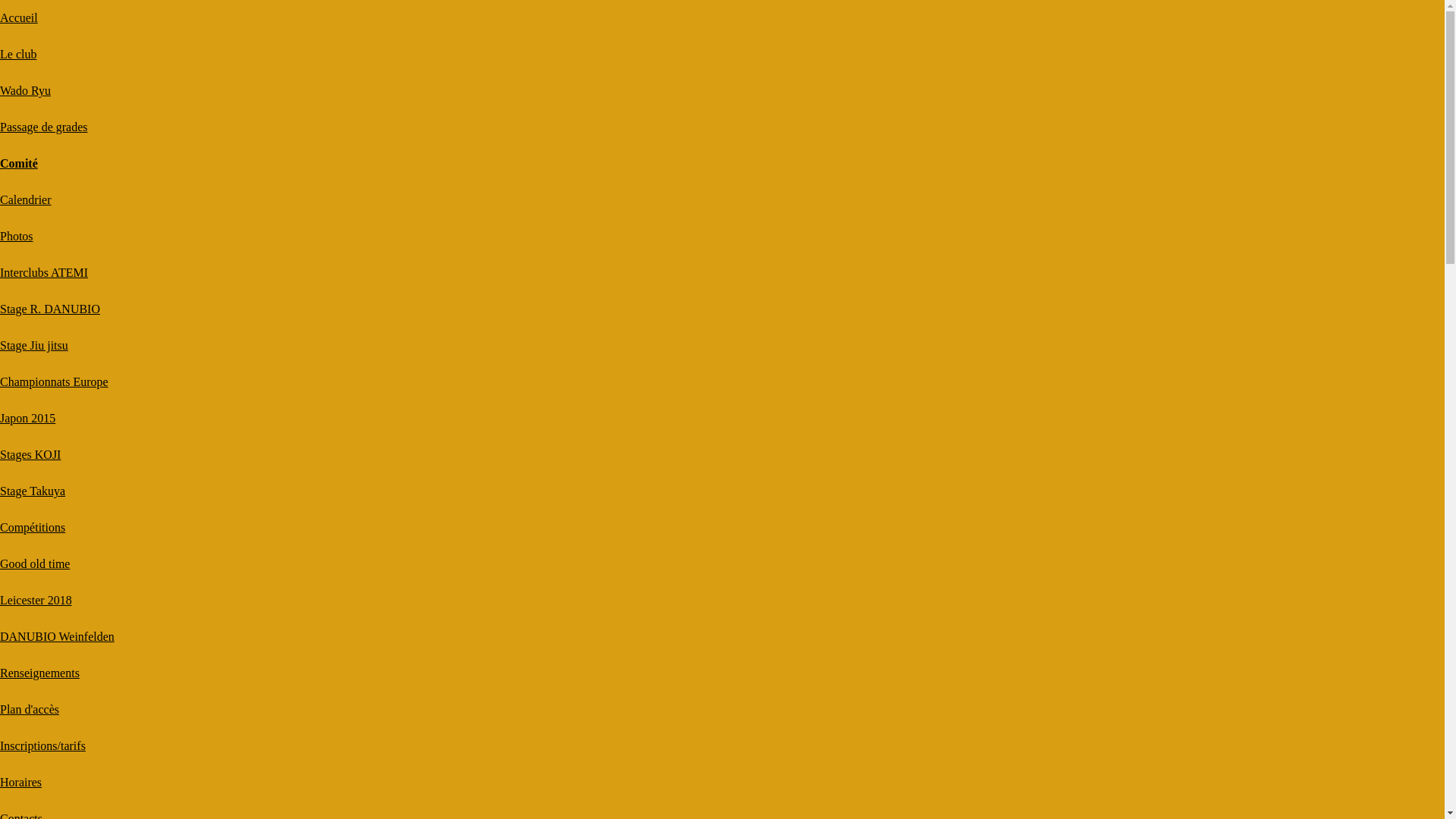 The height and width of the screenshot is (819, 1456). What do you see at coordinates (36, 599) in the screenshot?
I see `'Leicester 2018'` at bounding box center [36, 599].